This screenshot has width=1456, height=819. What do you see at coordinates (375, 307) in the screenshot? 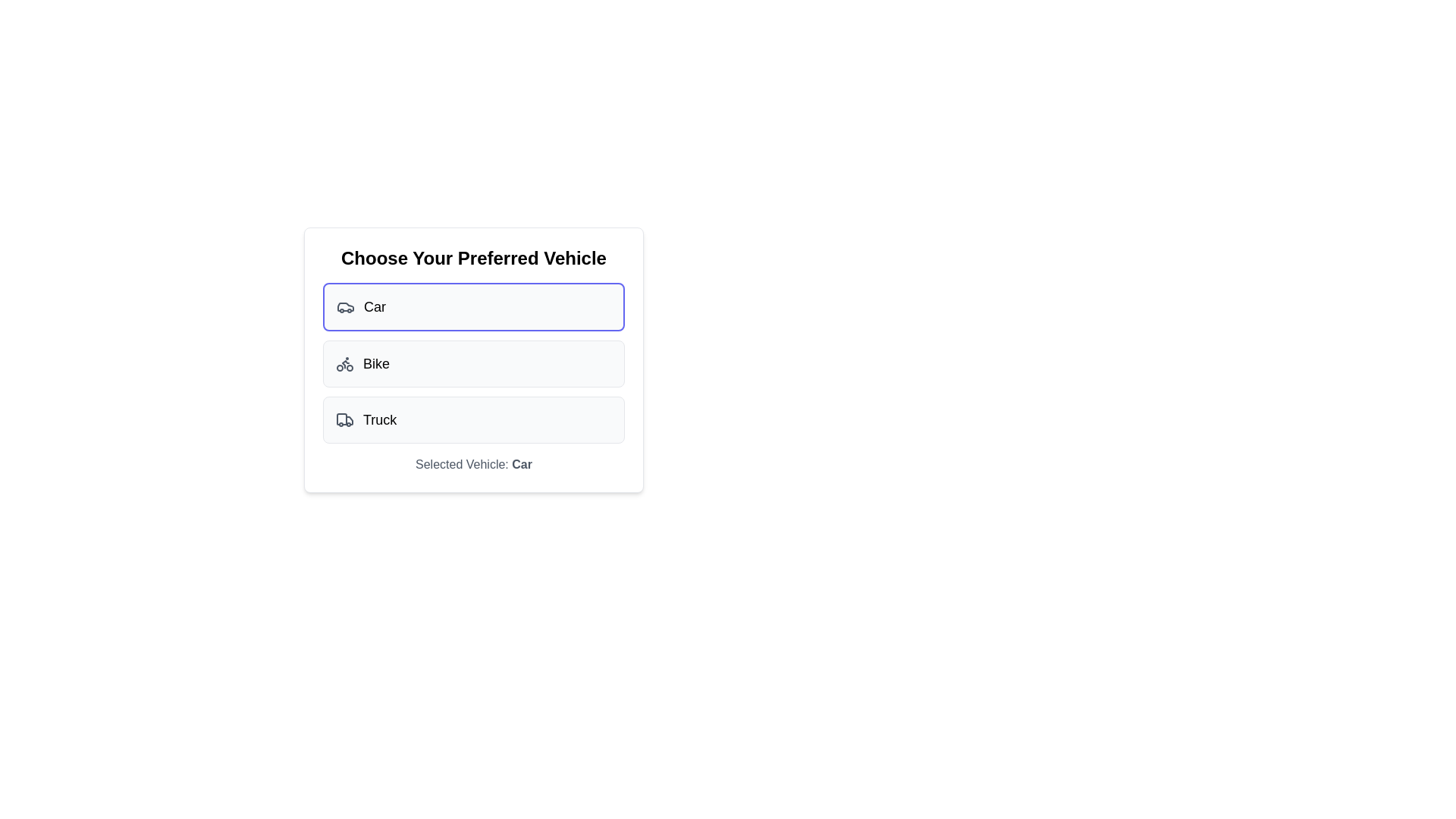
I see `the 'Car' option label in the vehicle selection menu, which is located immediately to the right of the car icon in the top middle section of the card labeled 'Choose Your Preferred Vehicle'` at bounding box center [375, 307].